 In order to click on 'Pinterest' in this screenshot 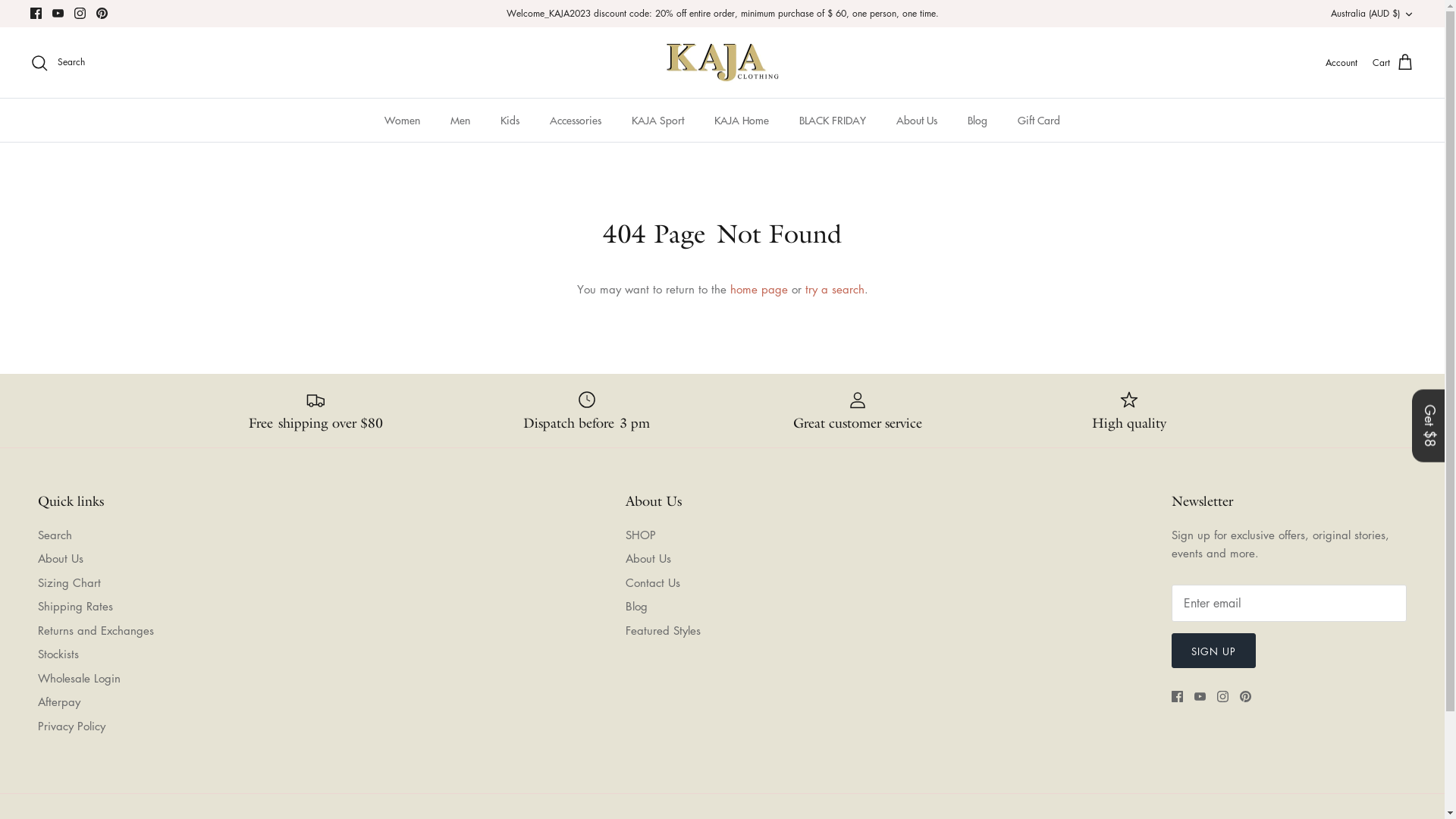, I will do `click(1245, 696)`.